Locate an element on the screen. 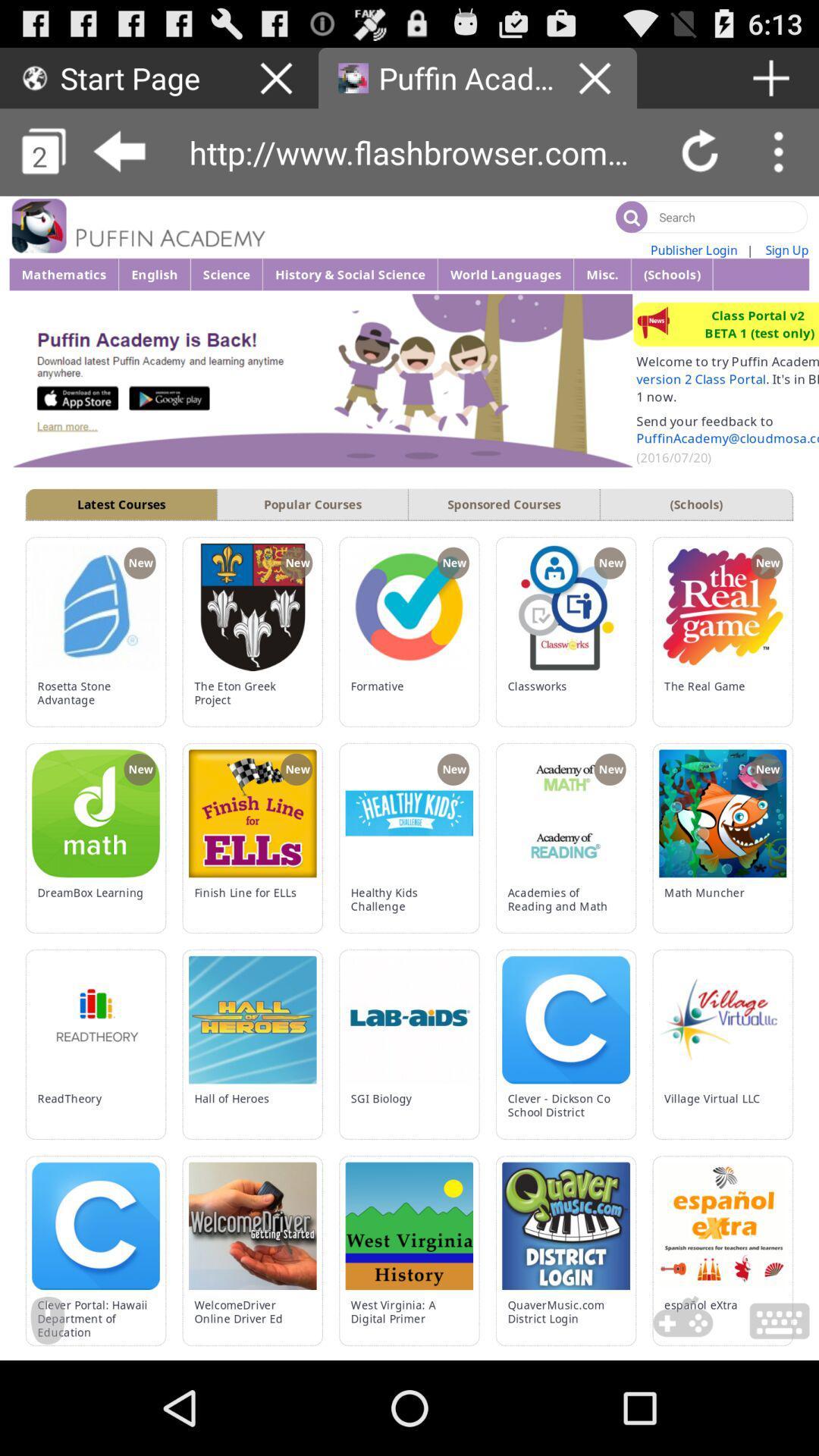  the close icon is located at coordinates (278, 83).